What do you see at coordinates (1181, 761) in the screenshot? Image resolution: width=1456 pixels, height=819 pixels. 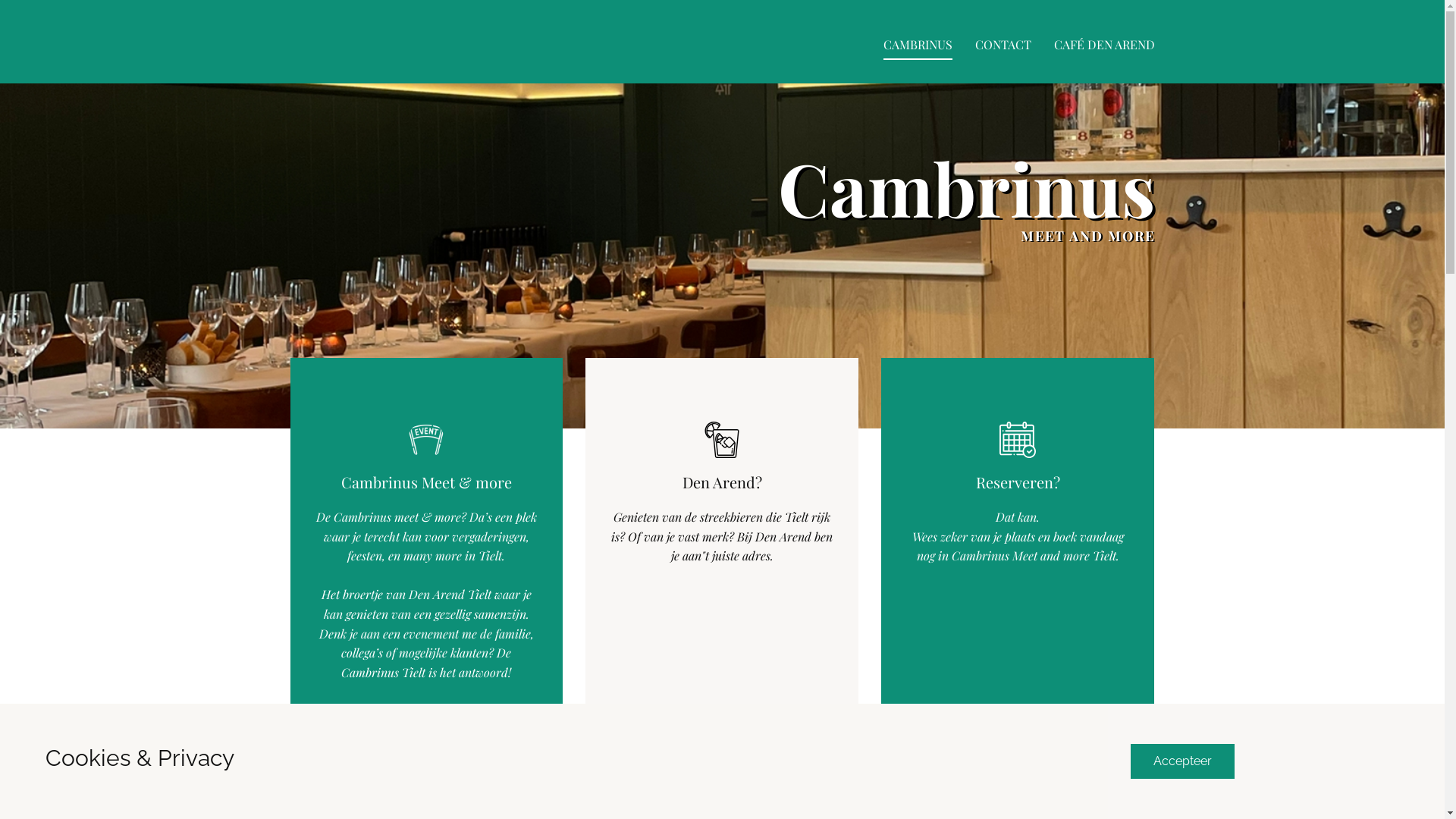 I see `'Accepteer'` at bounding box center [1181, 761].